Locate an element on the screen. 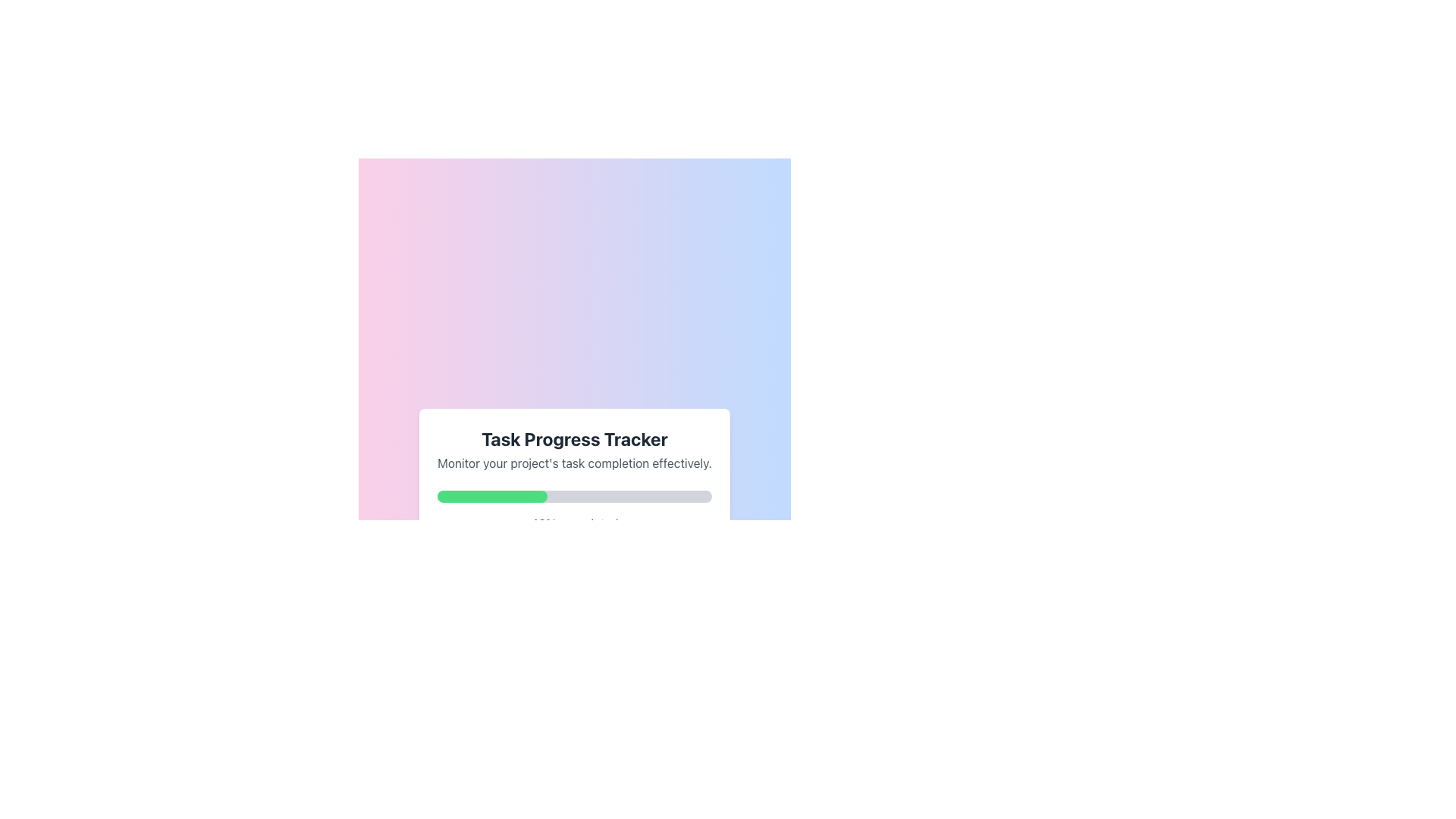  the 40% filled segment of the progress bar located below the 'Task Progress Tracker' label is located at coordinates (492, 497).